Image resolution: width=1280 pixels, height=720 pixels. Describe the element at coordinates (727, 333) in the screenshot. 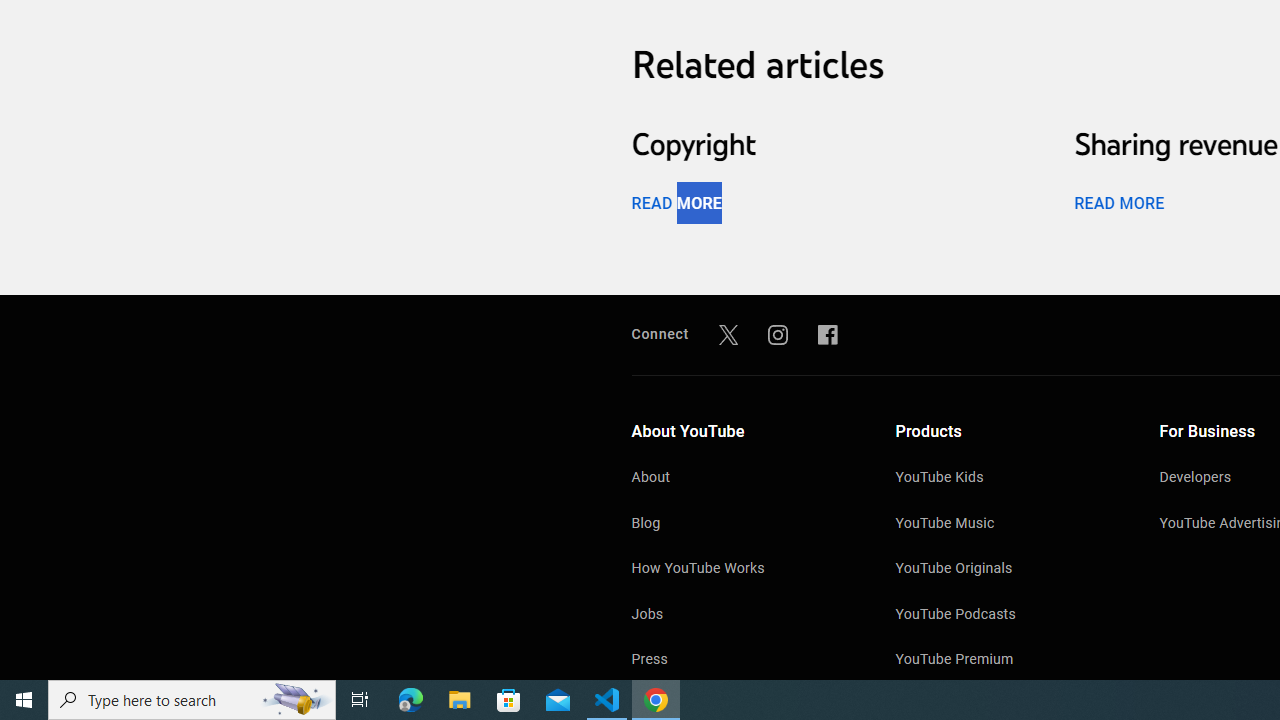

I see `'Twitter'` at that location.